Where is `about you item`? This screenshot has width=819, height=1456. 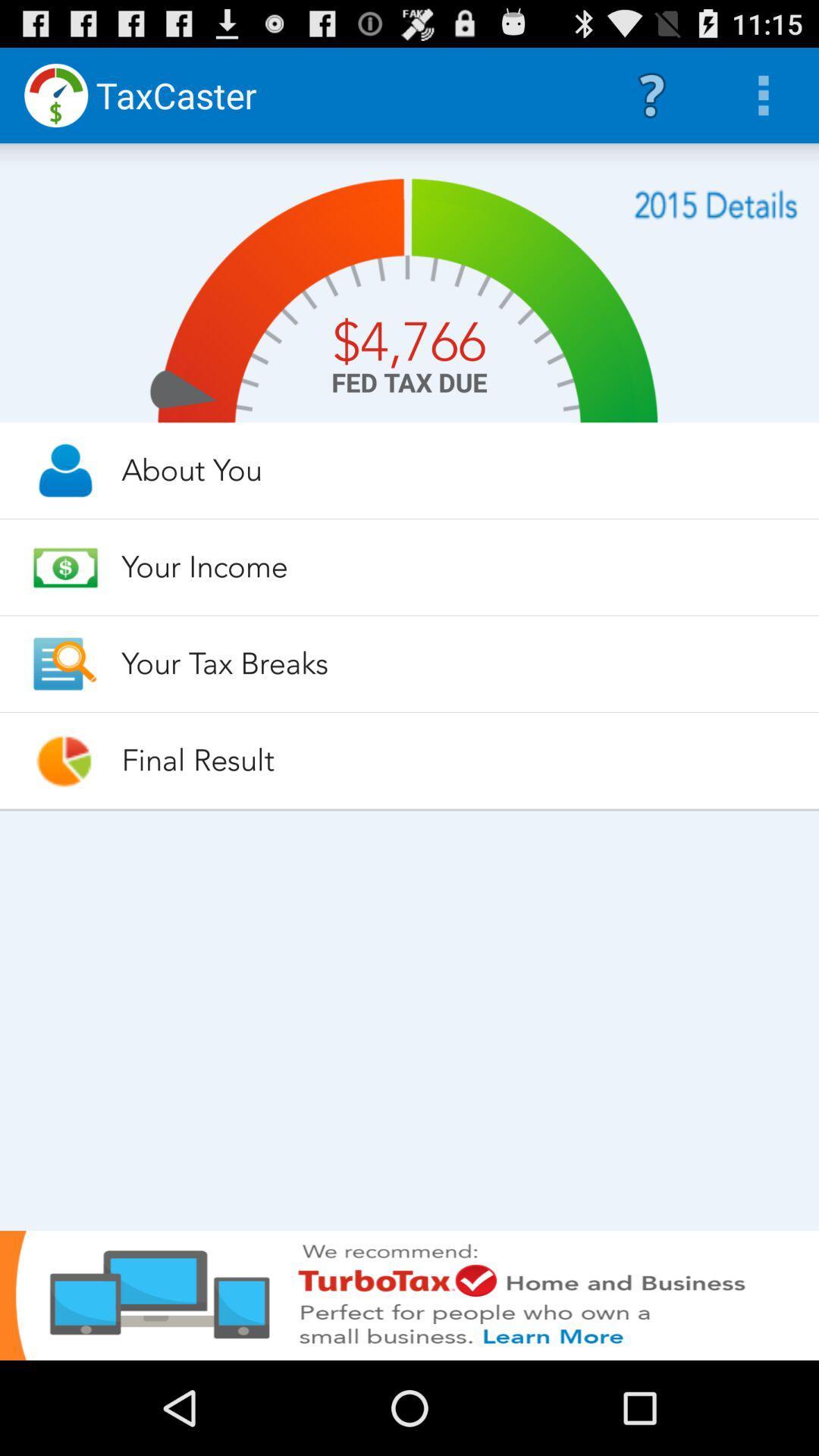
about you item is located at coordinates (456, 469).